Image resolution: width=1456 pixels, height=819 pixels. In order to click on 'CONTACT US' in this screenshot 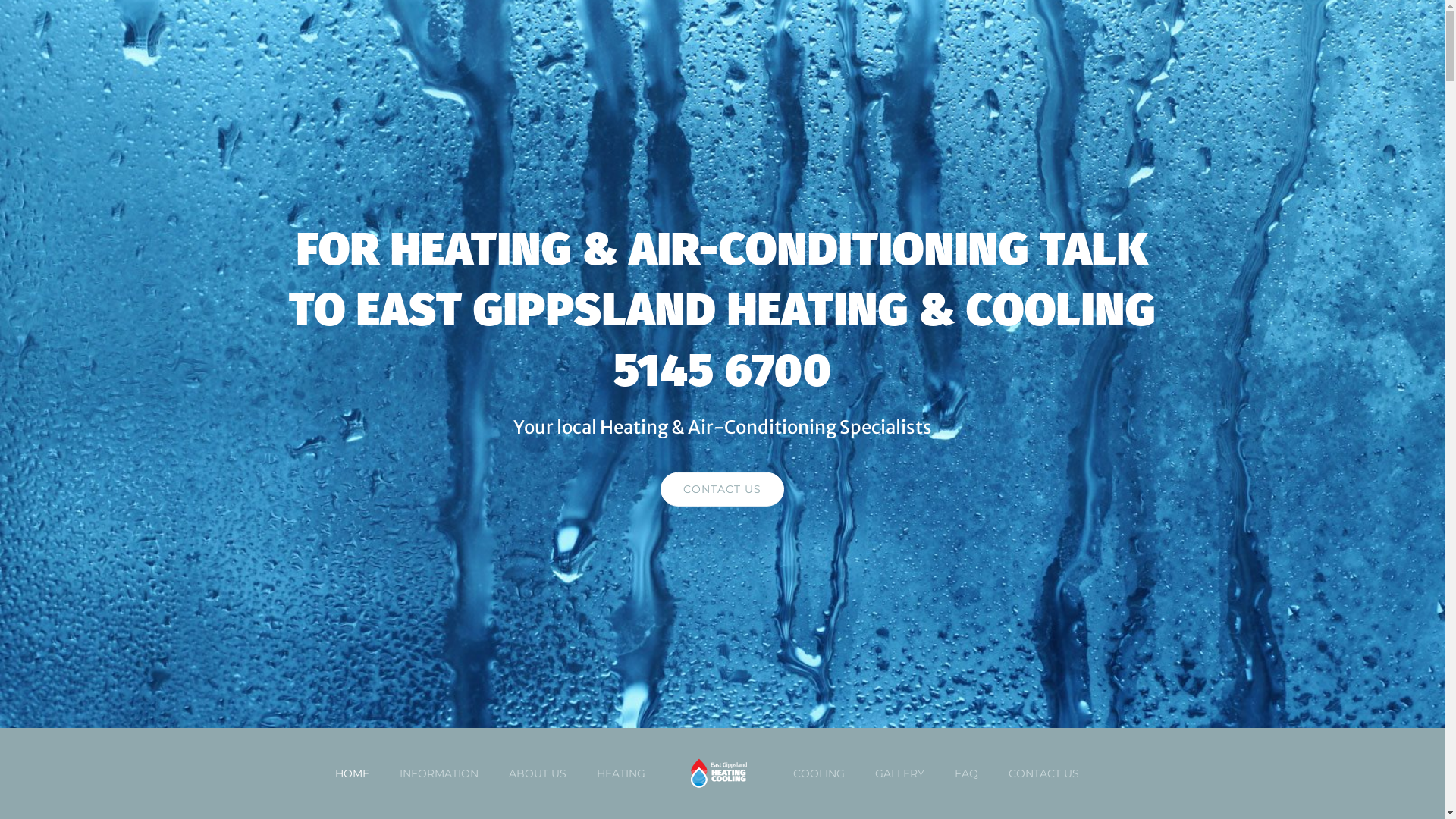, I will do `click(660, 489)`.